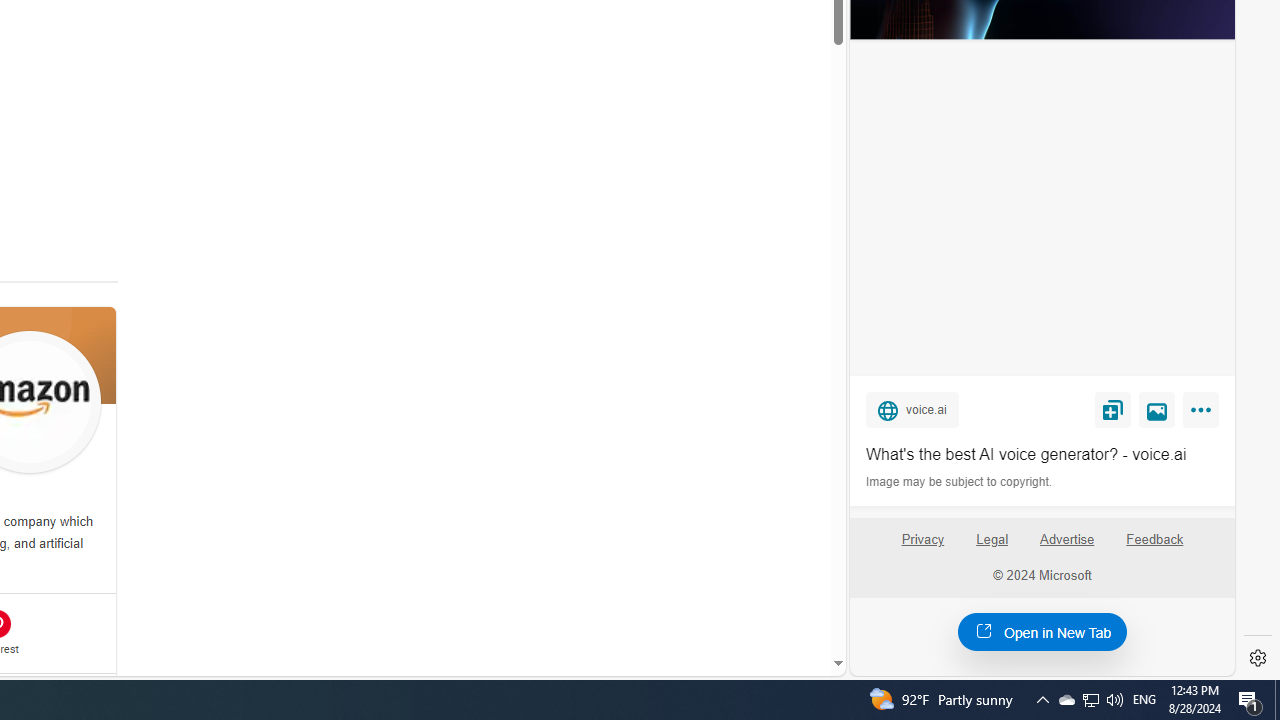 The width and height of the screenshot is (1280, 720). What do you see at coordinates (761, 602) in the screenshot?
I see `'AutomationID: mfa_root'` at bounding box center [761, 602].